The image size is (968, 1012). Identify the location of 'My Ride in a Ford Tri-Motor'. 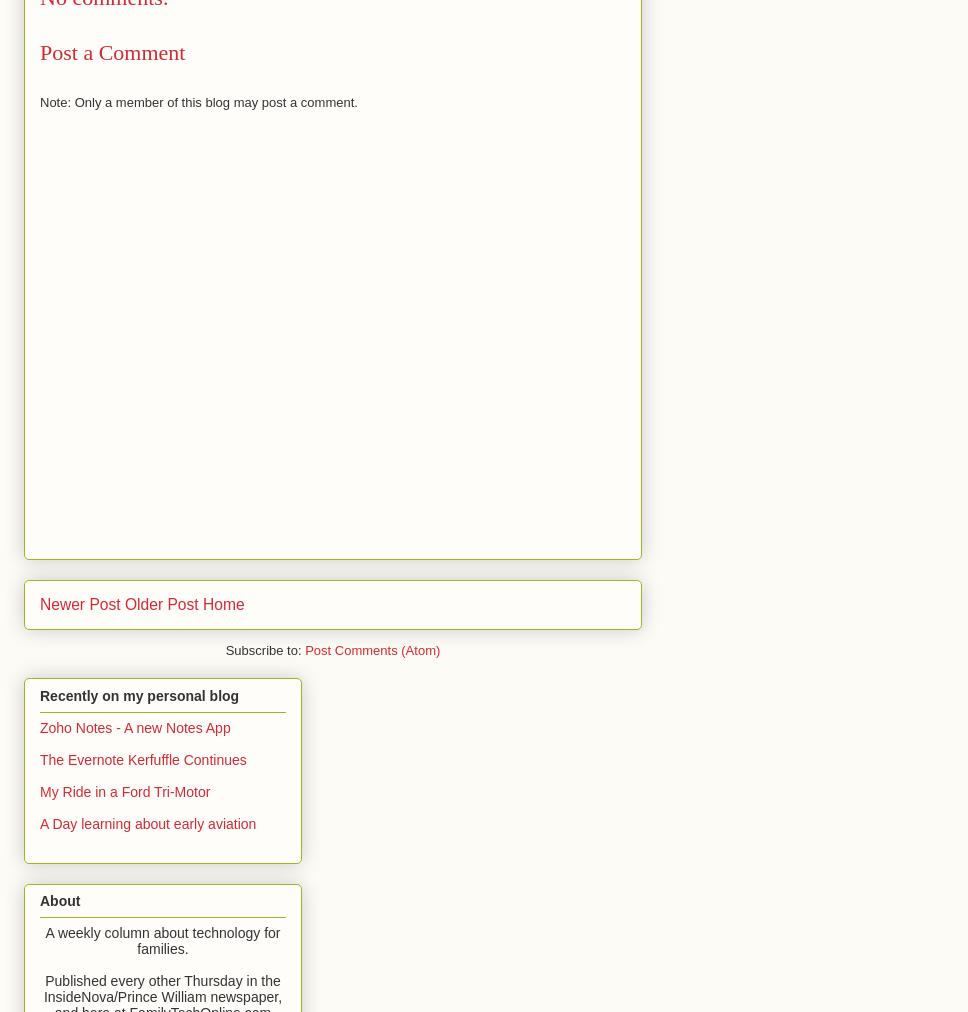
(123, 789).